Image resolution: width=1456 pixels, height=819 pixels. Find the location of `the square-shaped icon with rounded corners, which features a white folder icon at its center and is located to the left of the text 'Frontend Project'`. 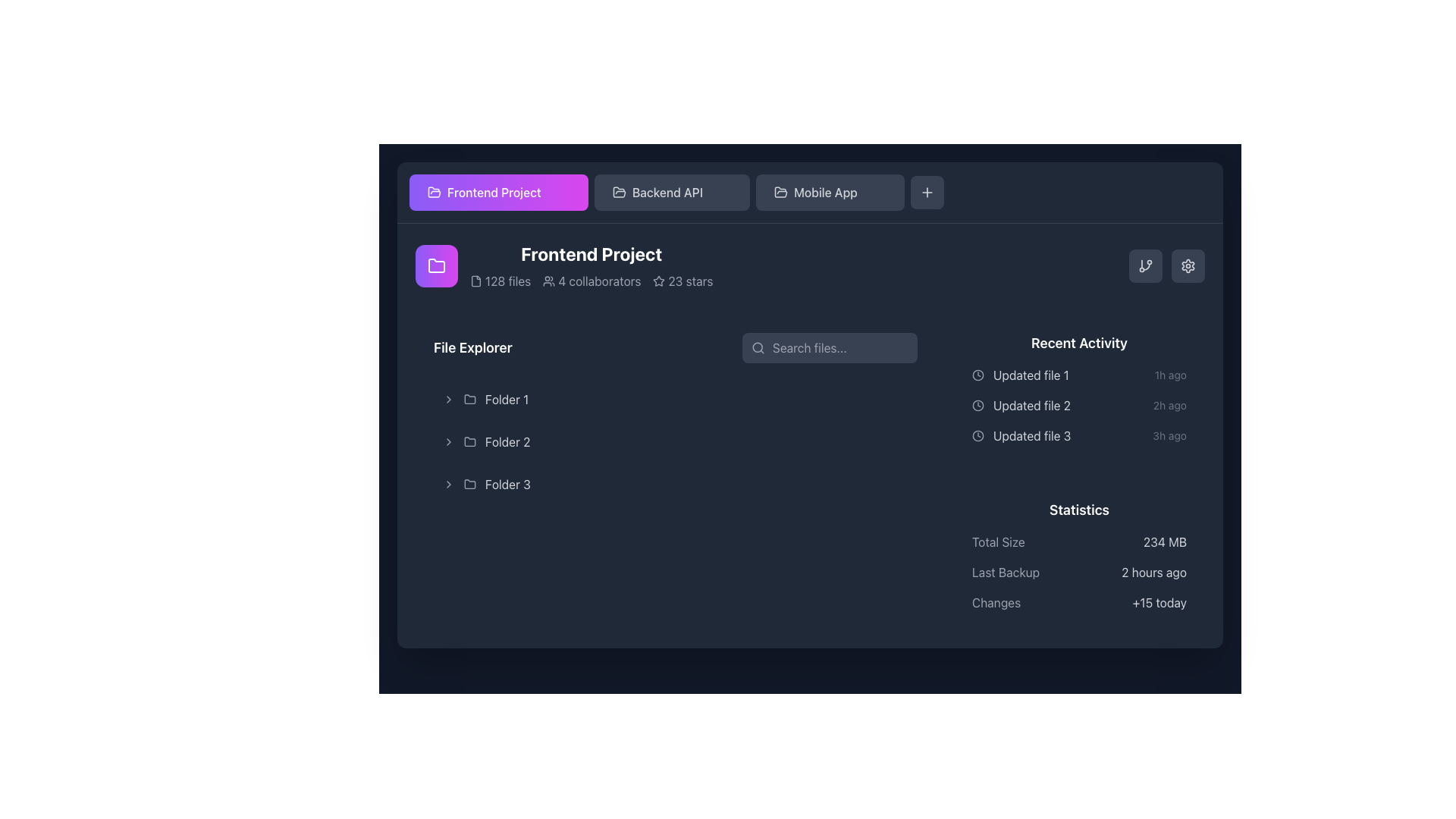

the square-shaped icon with rounded corners, which features a white folder icon at its center and is located to the left of the text 'Frontend Project' is located at coordinates (436, 265).